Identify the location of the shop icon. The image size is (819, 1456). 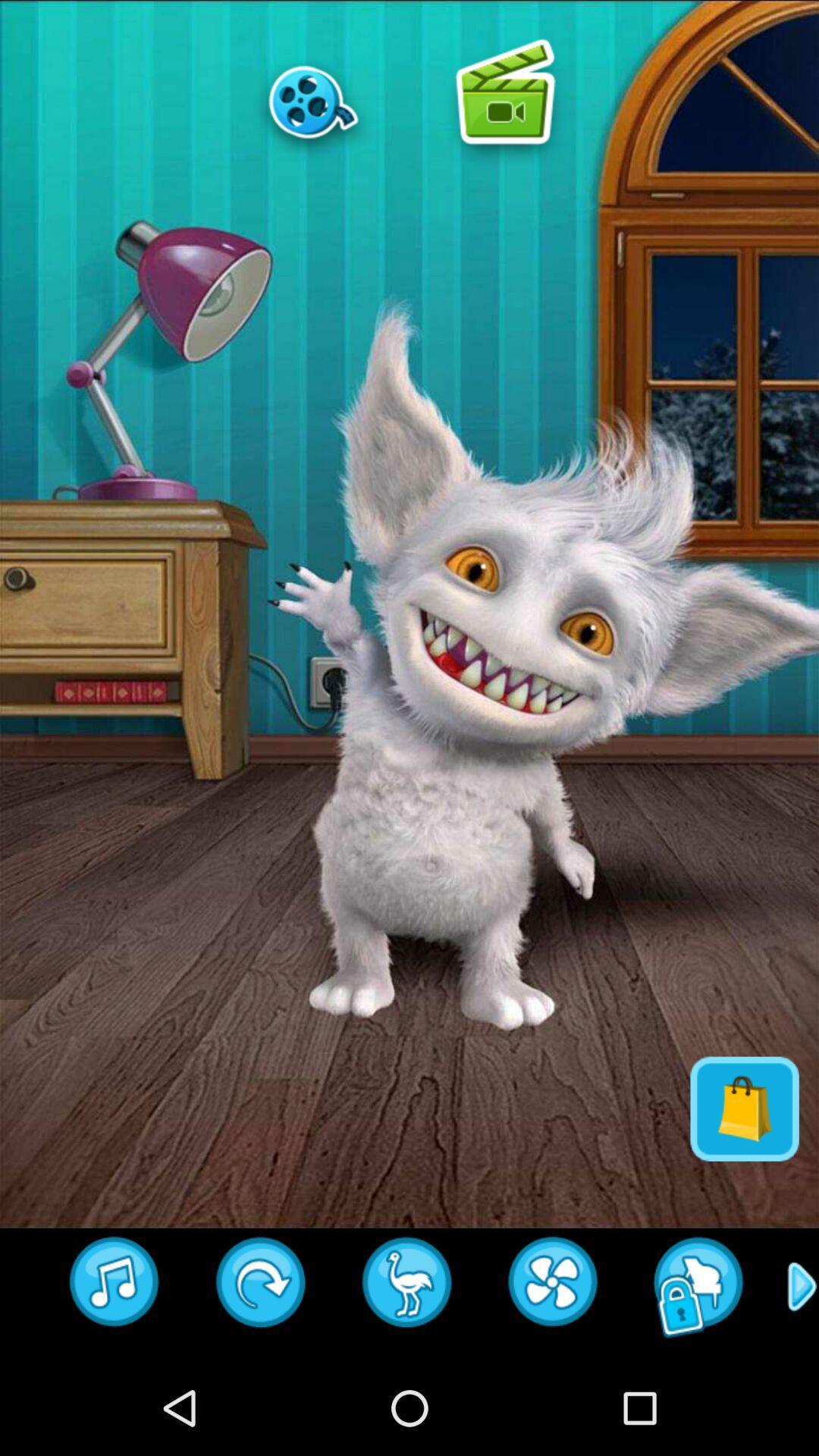
(744, 1186).